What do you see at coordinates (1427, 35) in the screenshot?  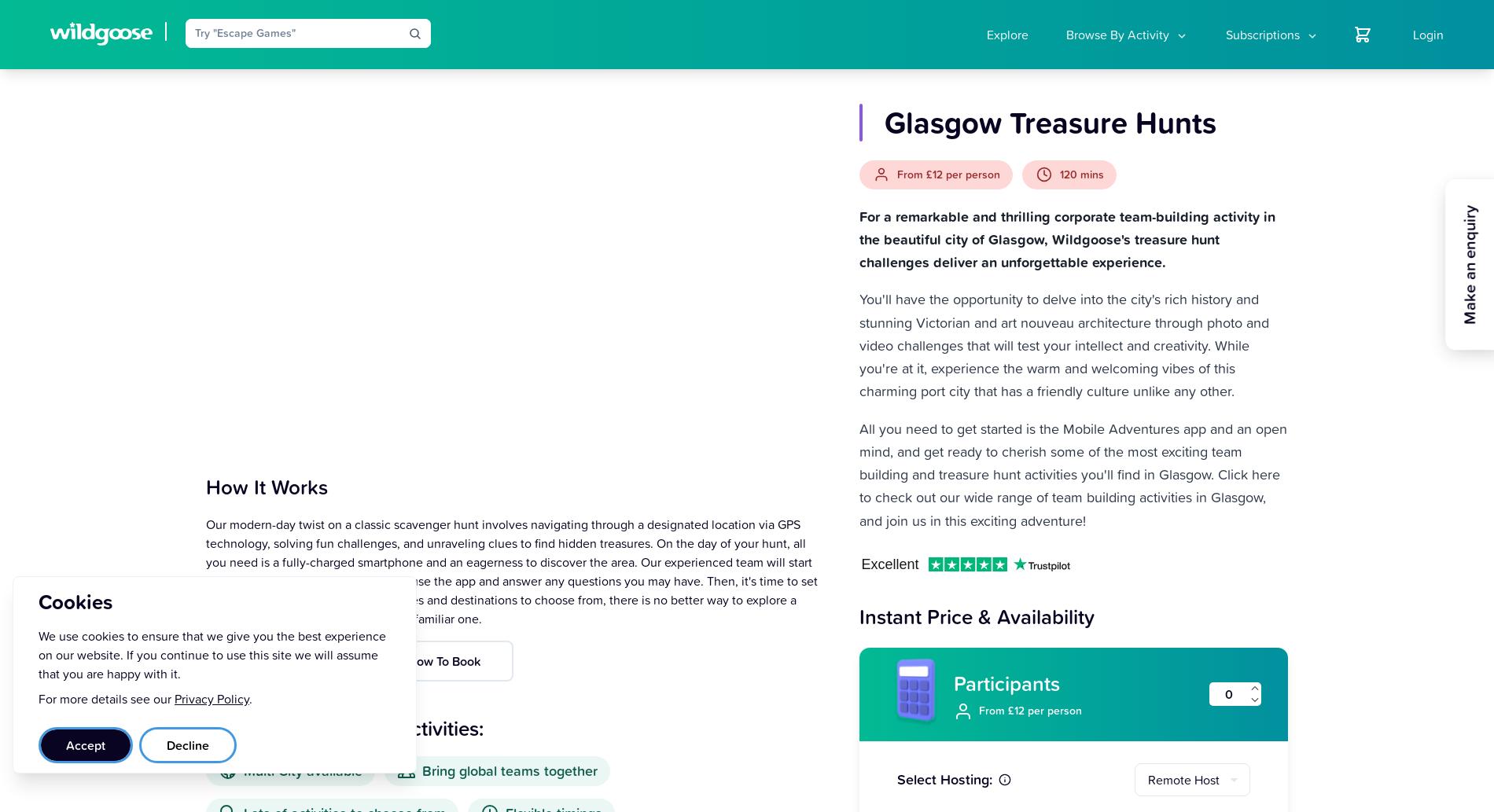 I see `'Login'` at bounding box center [1427, 35].